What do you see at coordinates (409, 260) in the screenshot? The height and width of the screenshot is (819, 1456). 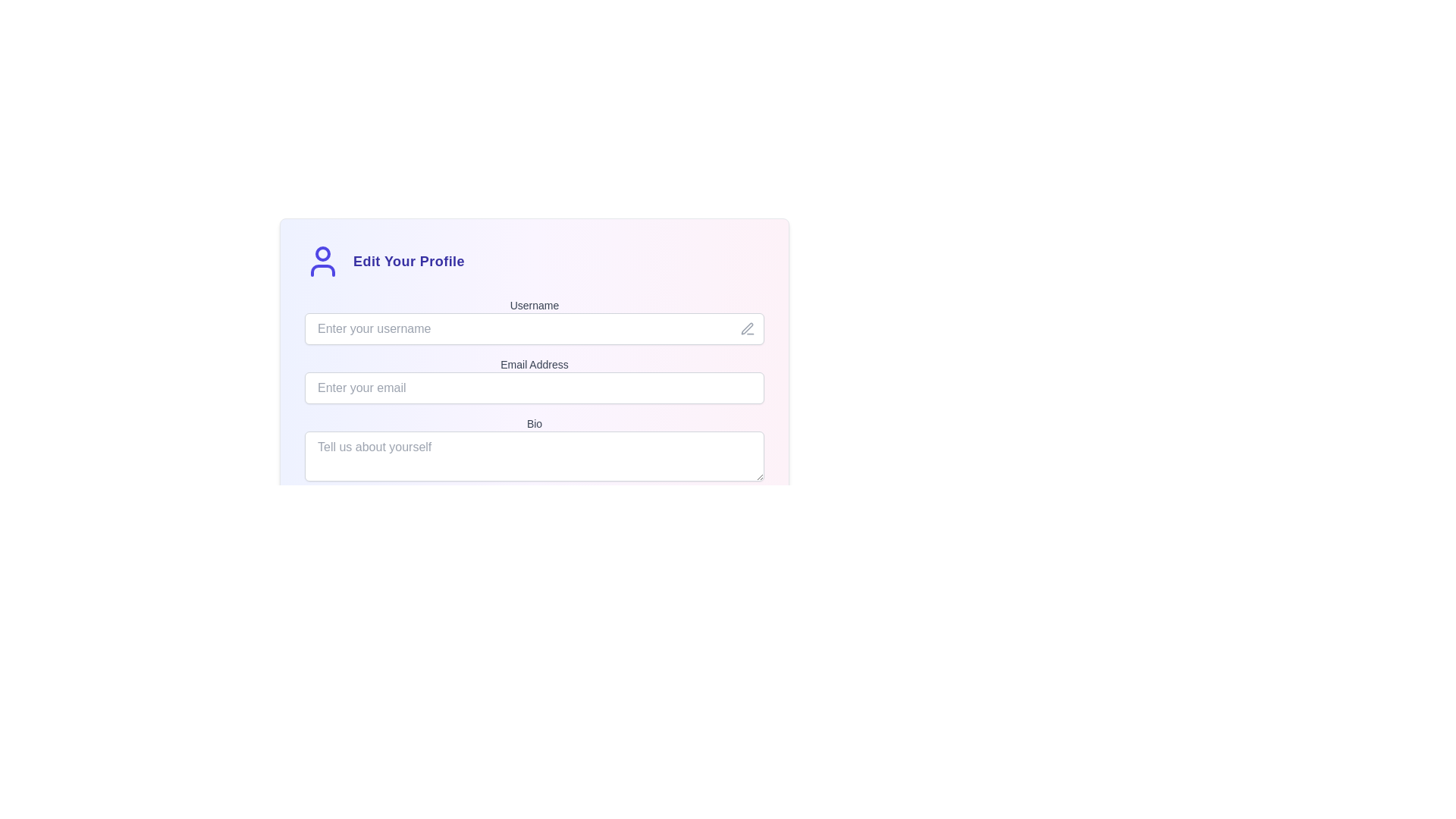 I see `the 'Edit Your Profile' label, which is a bold, indigo-colored text element located on the upper left side of the form interface, adjacent to a user profile icon` at bounding box center [409, 260].